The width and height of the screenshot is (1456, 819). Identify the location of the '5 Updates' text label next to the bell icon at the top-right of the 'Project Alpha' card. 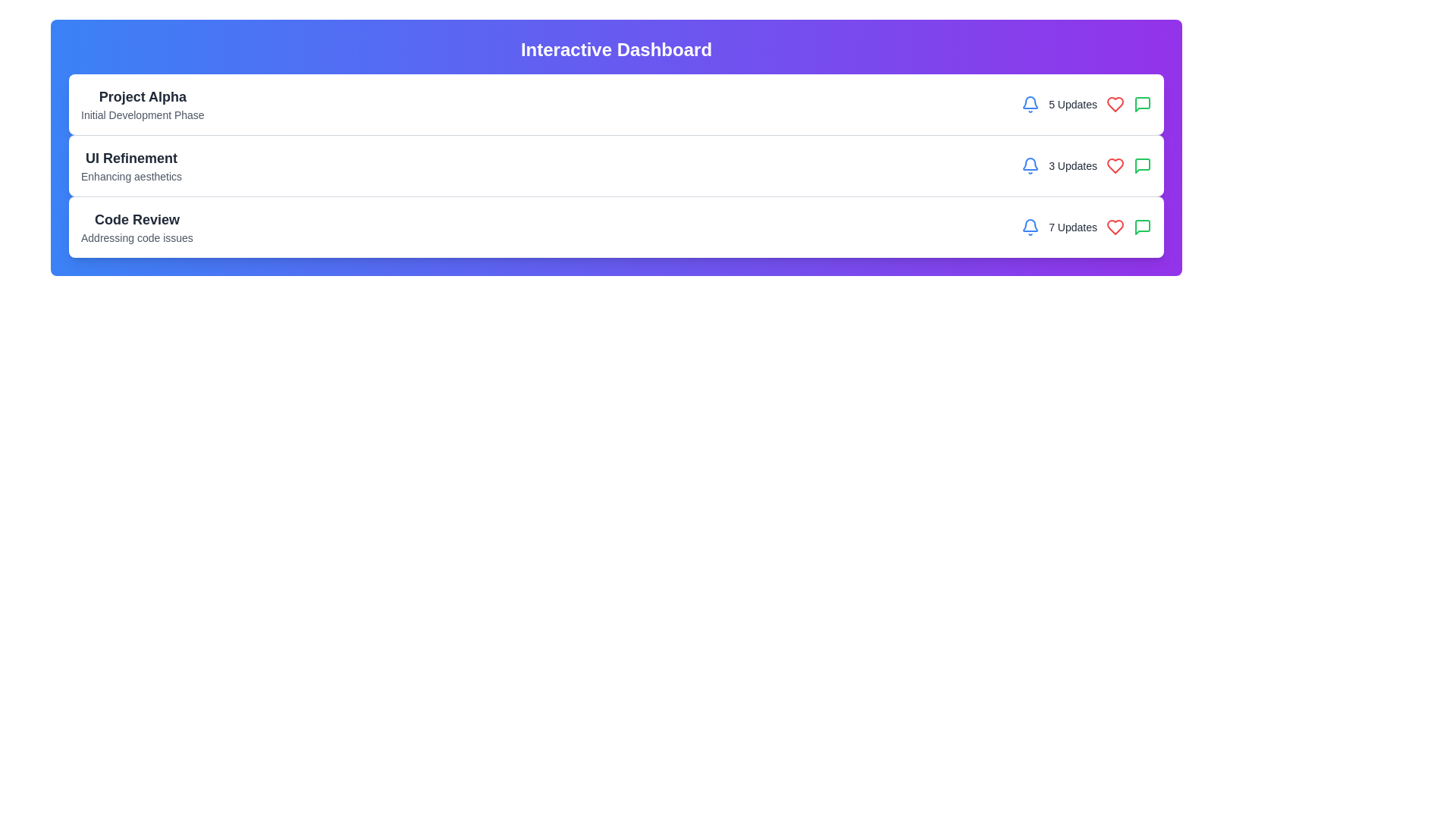
(1086, 104).